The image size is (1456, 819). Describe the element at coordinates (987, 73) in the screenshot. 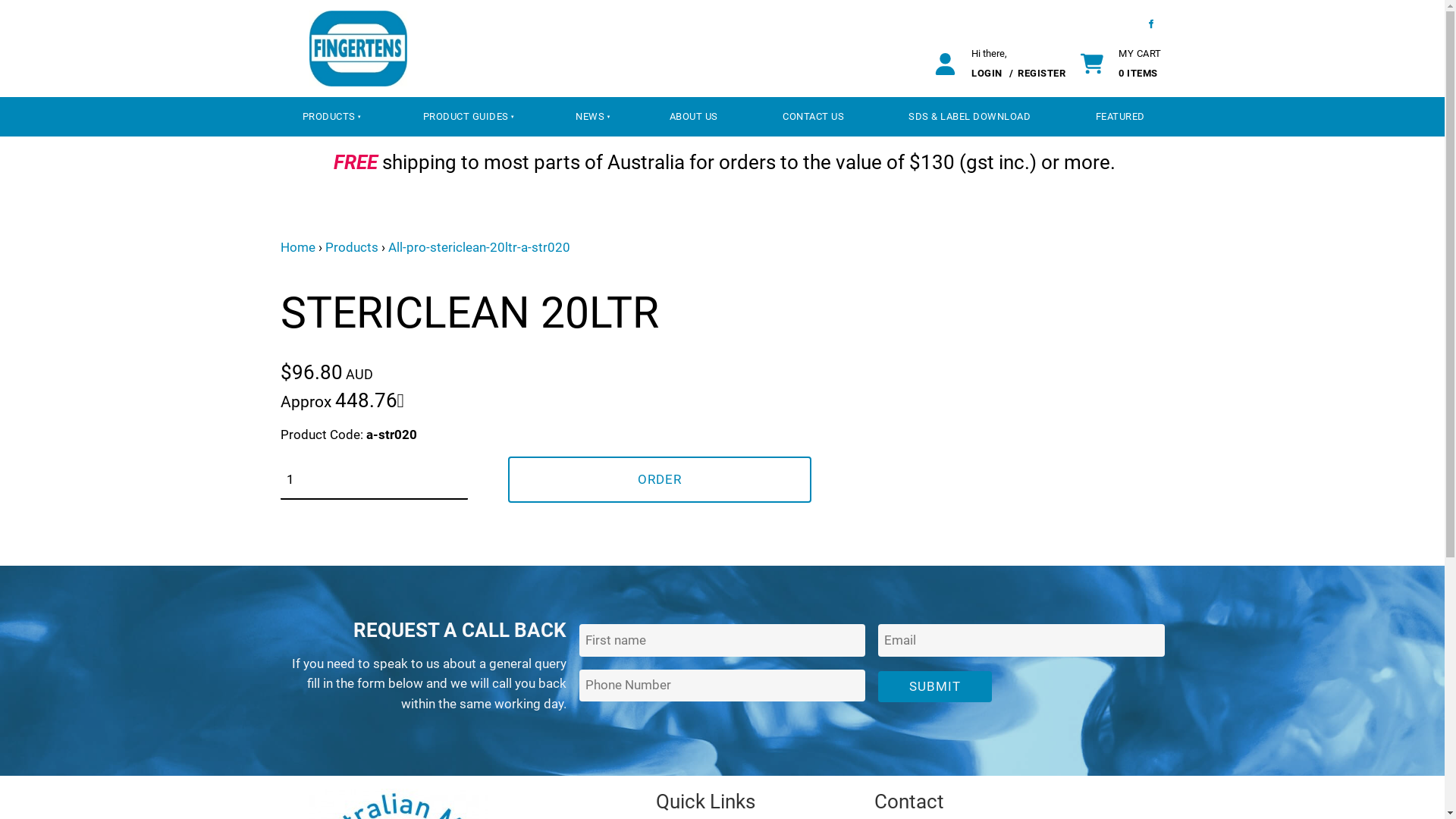

I see `'LOGIN'` at that location.